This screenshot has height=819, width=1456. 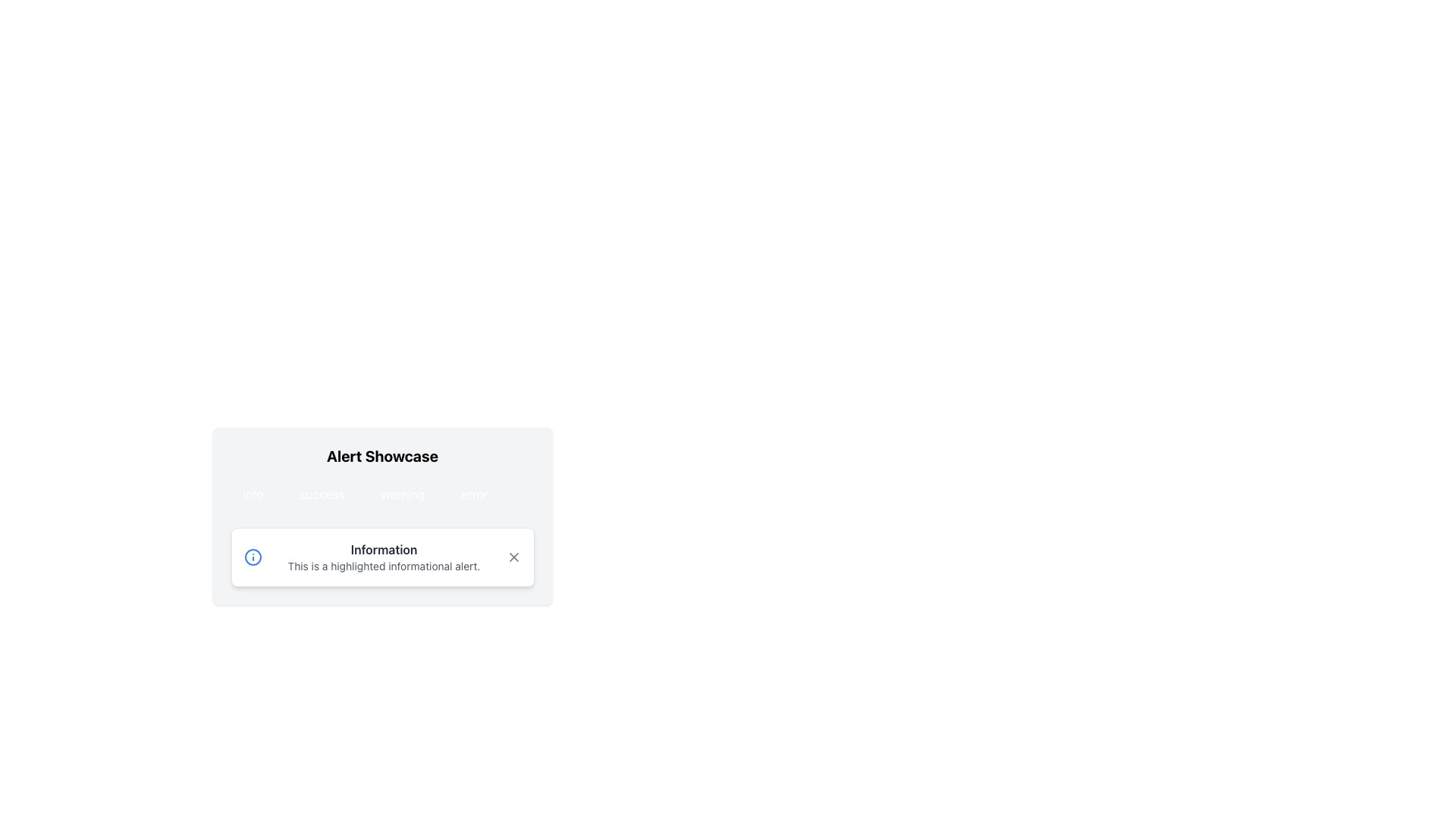 What do you see at coordinates (384, 557) in the screenshot?
I see `the text block titled 'Information' which contains a subtitle stating 'This is a highlighted informational alert.' for reading` at bounding box center [384, 557].